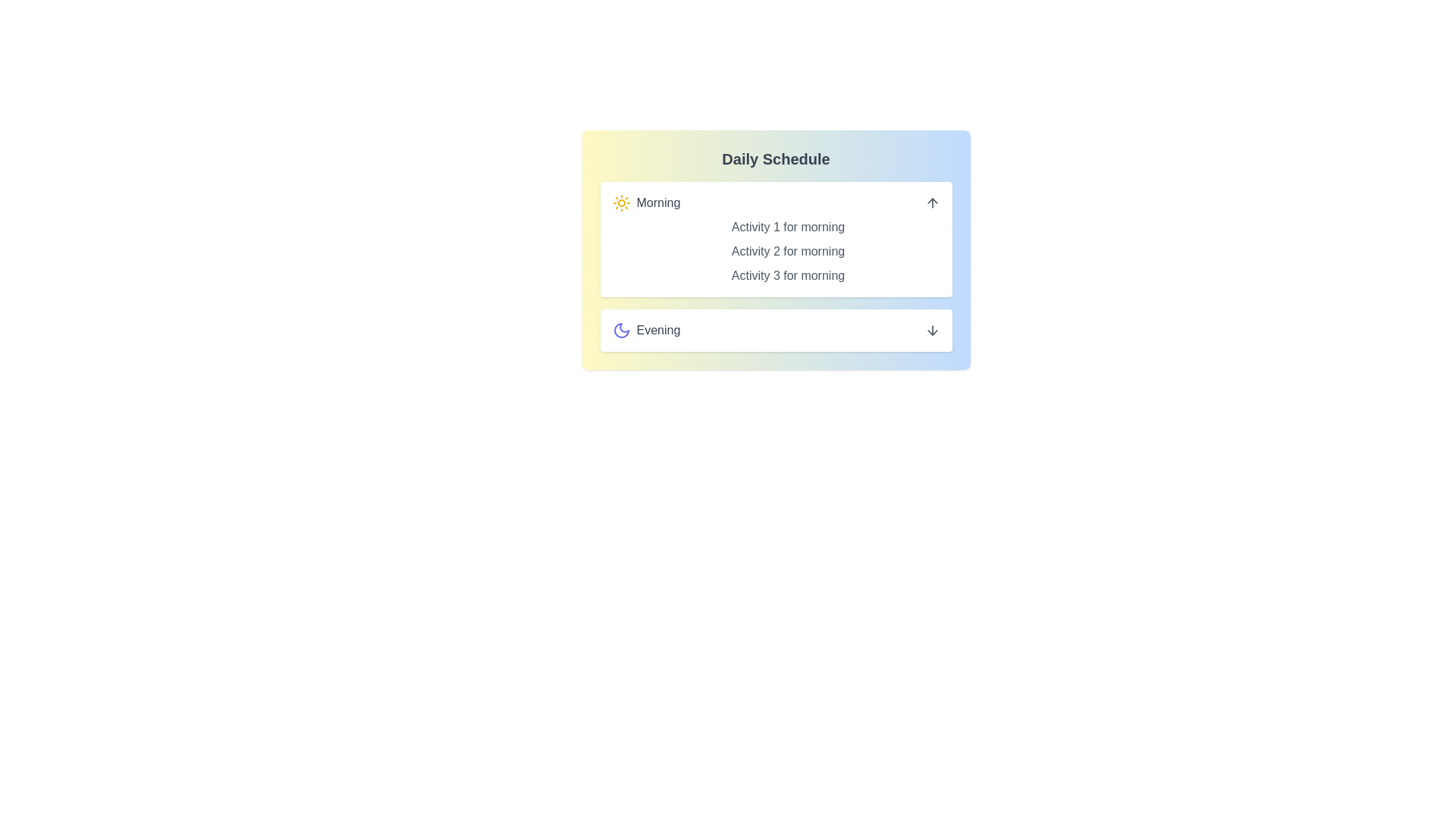  Describe the element at coordinates (788, 250) in the screenshot. I see `the activity item labeled 'Activity 2 for morning' in the expanded schedule` at that location.